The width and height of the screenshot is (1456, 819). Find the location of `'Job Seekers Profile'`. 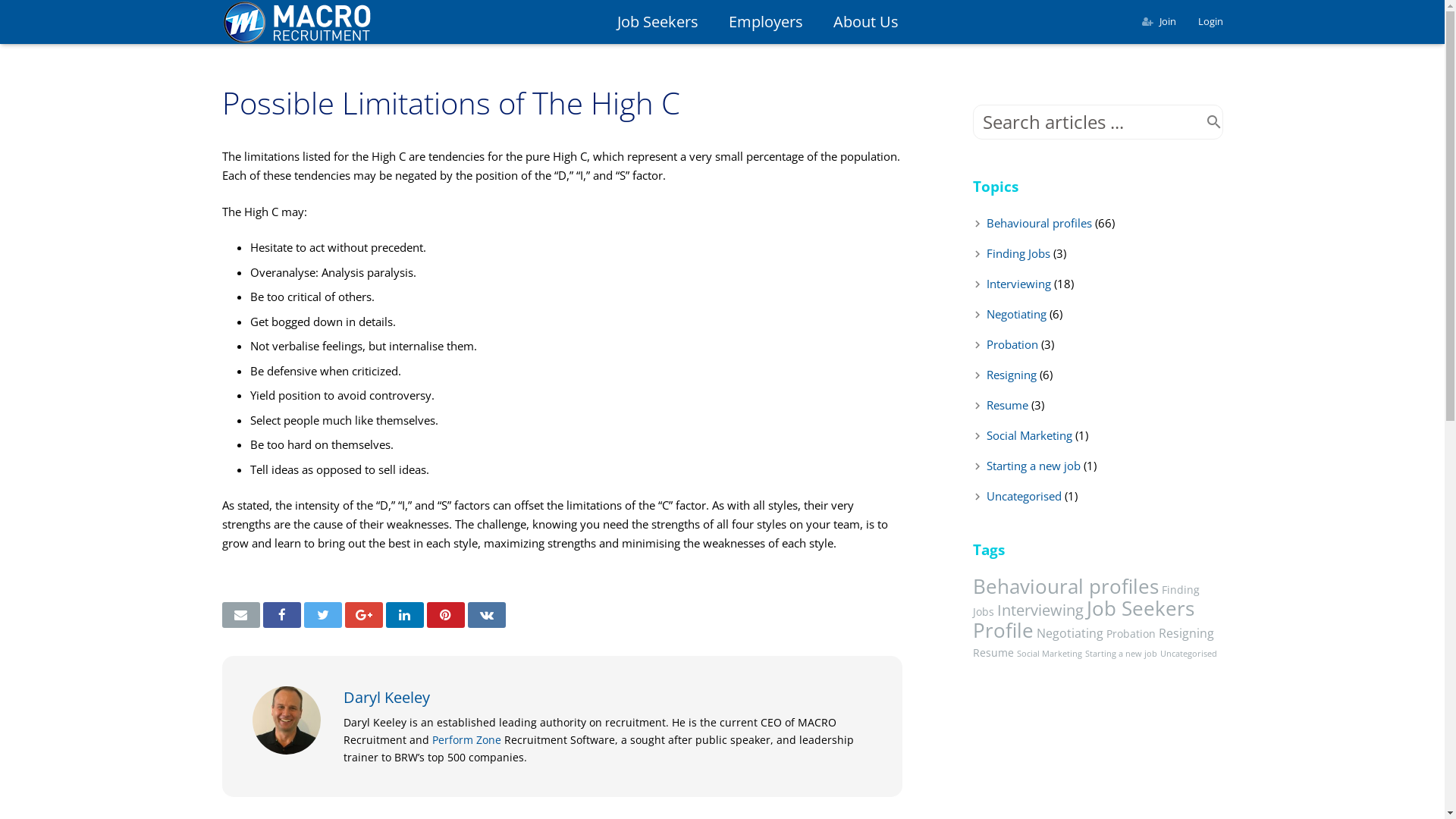

'Job Seekers Profile' is located at coordinates (1082, 619).